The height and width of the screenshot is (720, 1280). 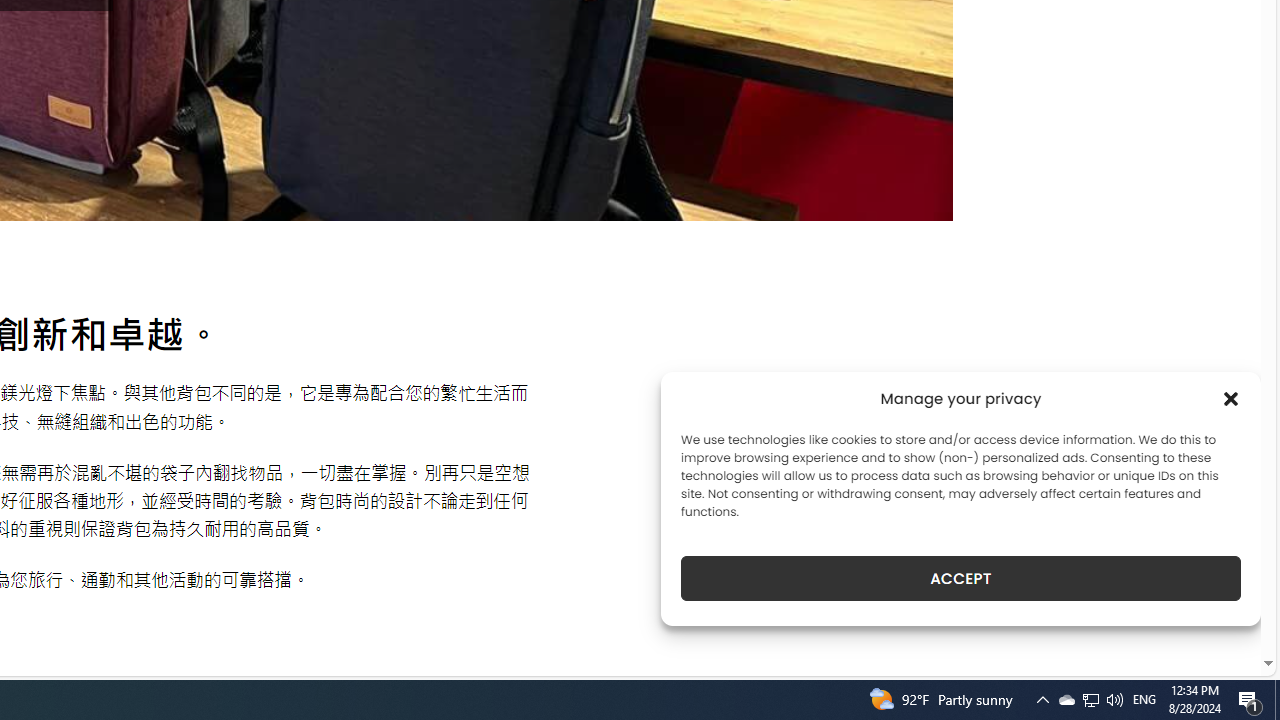 What do you see at coordinates (961, 578) in the screenshot?
I see `'ACCEPT'` at bounding box center [961, 578].